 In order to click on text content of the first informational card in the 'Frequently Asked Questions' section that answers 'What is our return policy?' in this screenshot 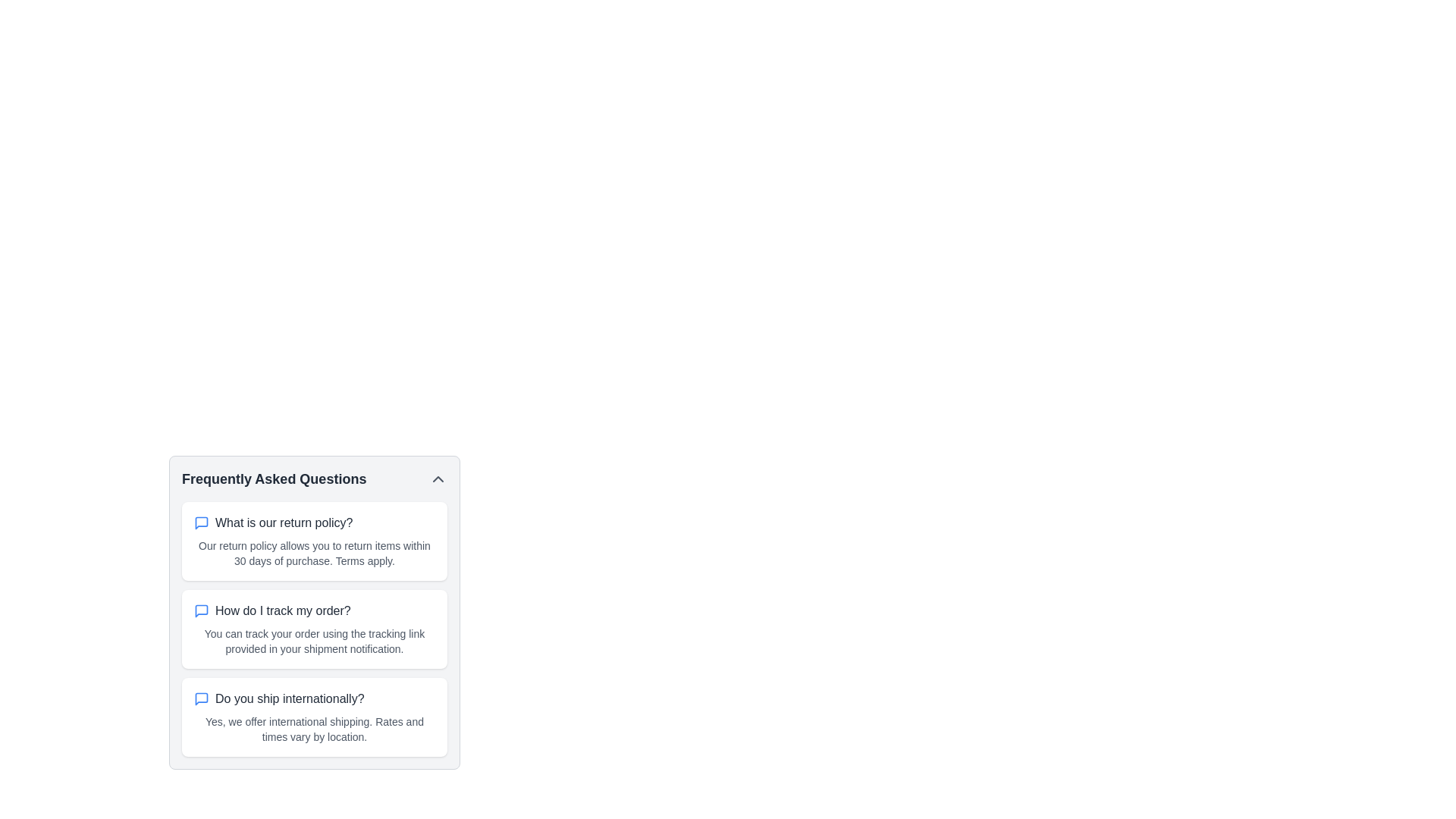, I will do `click(313, 540)`.